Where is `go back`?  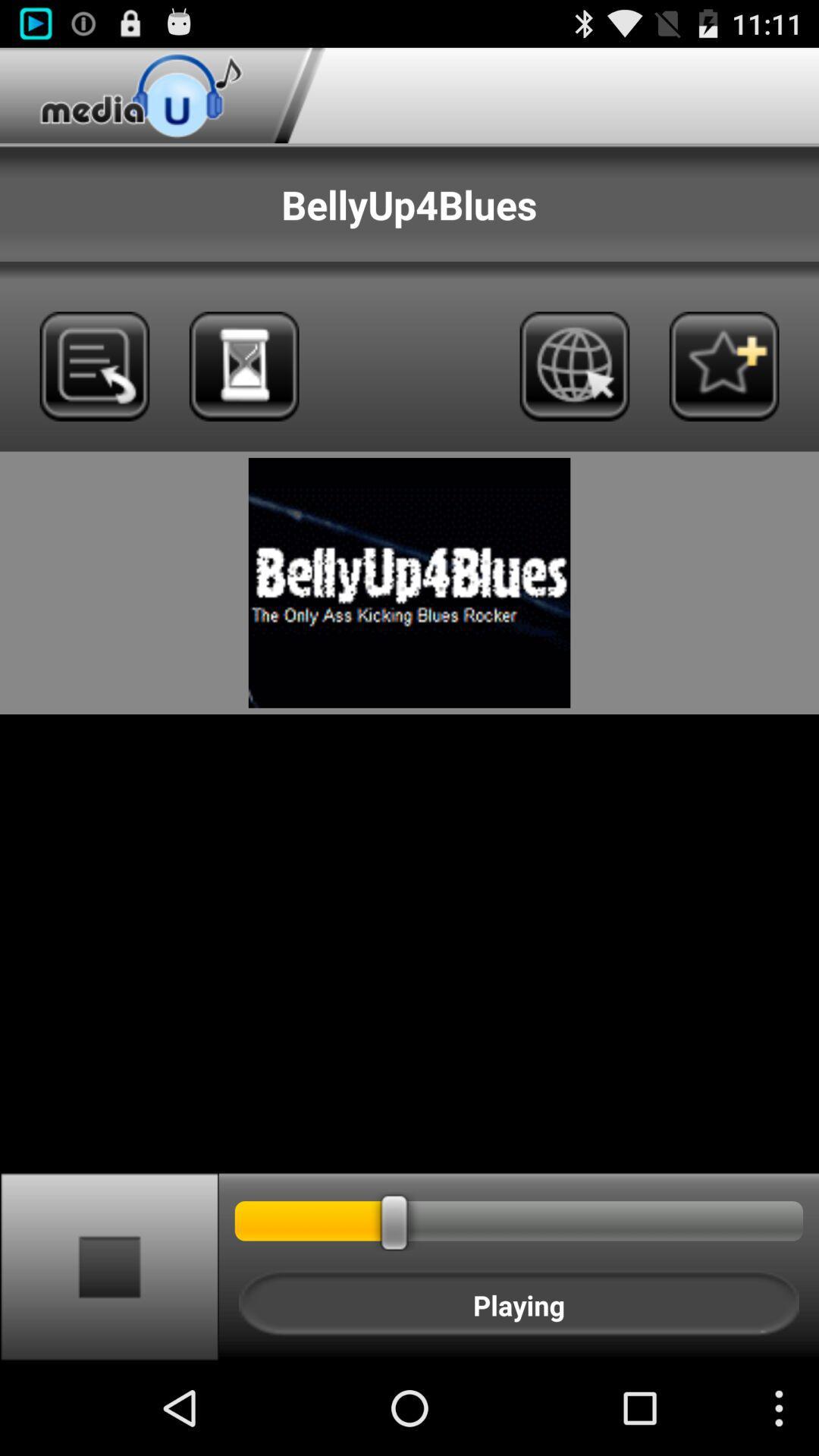
go back is located at coordinates (94, 366).